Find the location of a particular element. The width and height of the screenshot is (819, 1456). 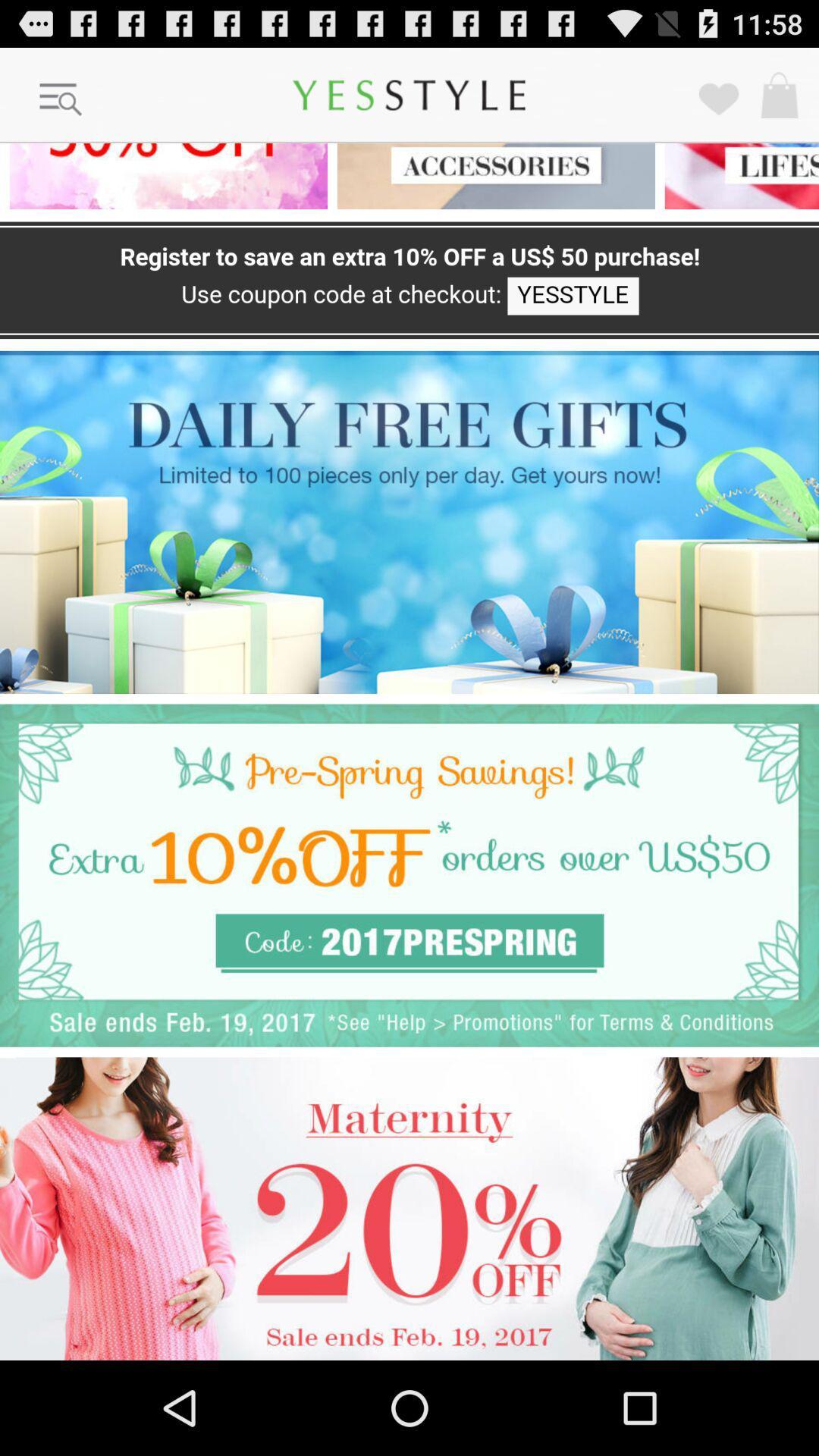

advertisement is located at coordinates (409, 875).